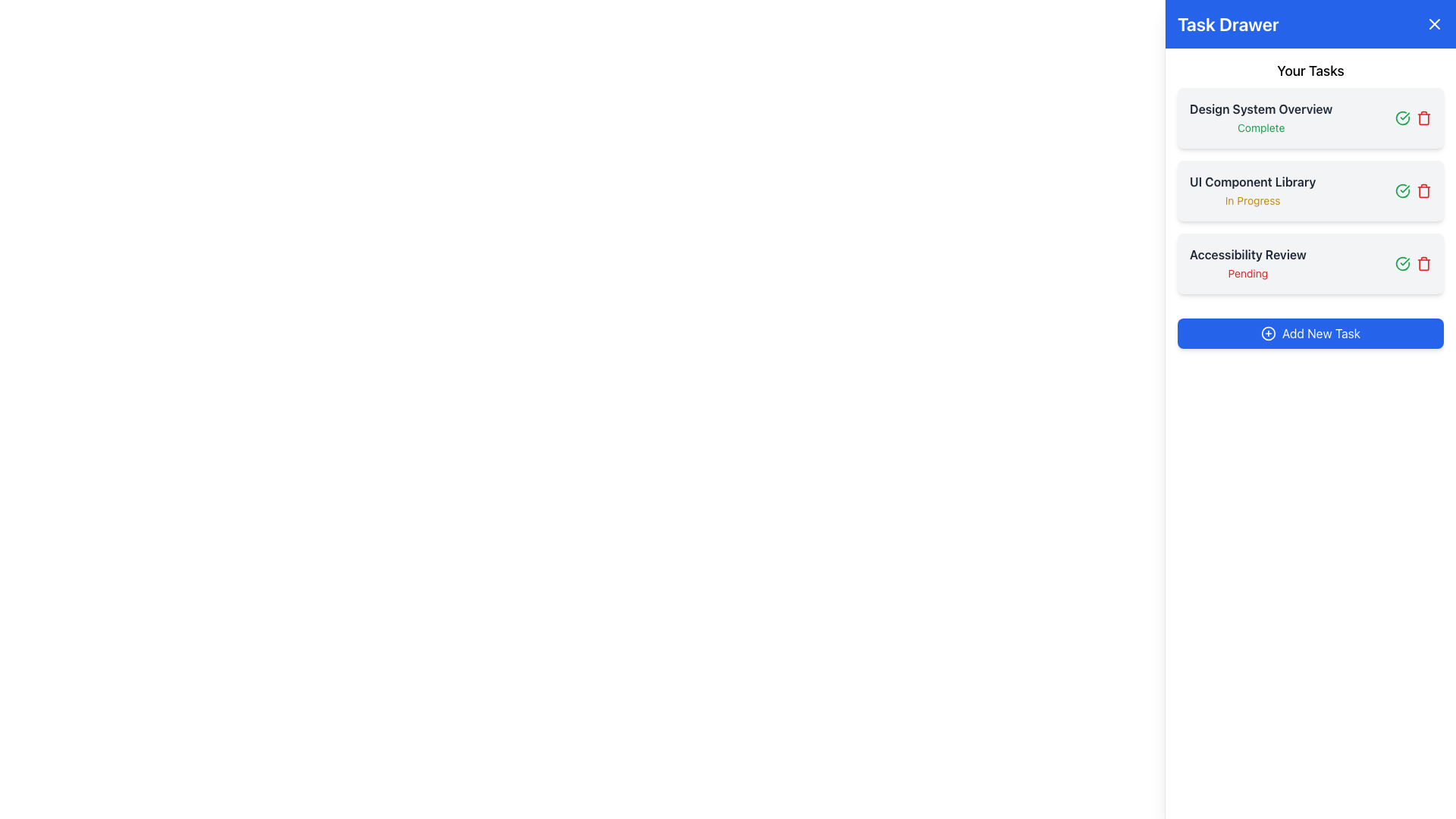 The height and width of the screenshot is (819, 1456). What do you see at coordinates (1433, 24) in the screenshot?
I see `the close button, represented by a small cross-like icon, located at the top right corner of the blue header bar labeled 'Task Drawer'` at bounding box center [1433, 24].